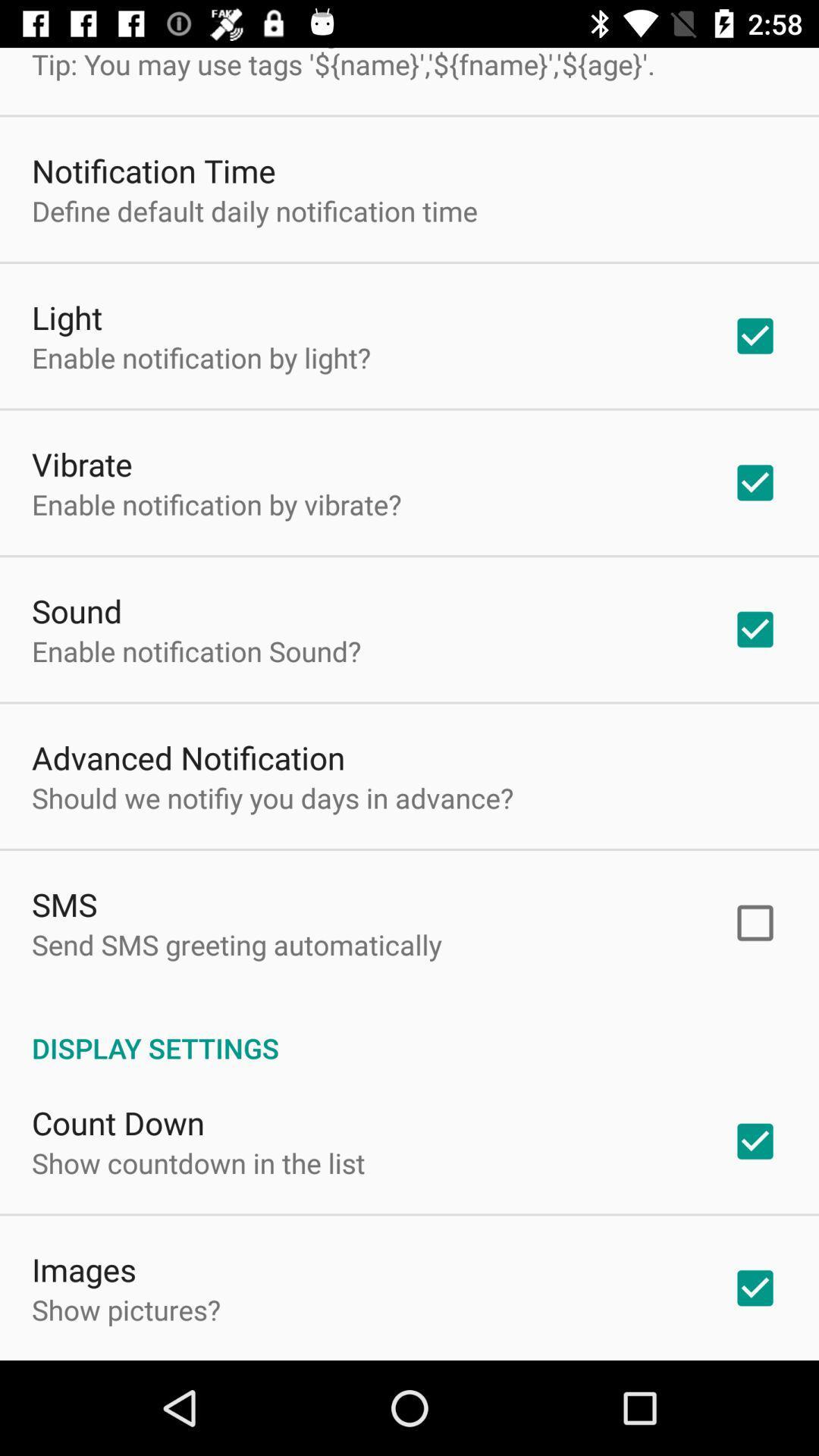 This screenshot has height=1456, width=819. Describe the element at coordinates (125, 1309) in the screenshot. I see `show pictures? app` at that location.